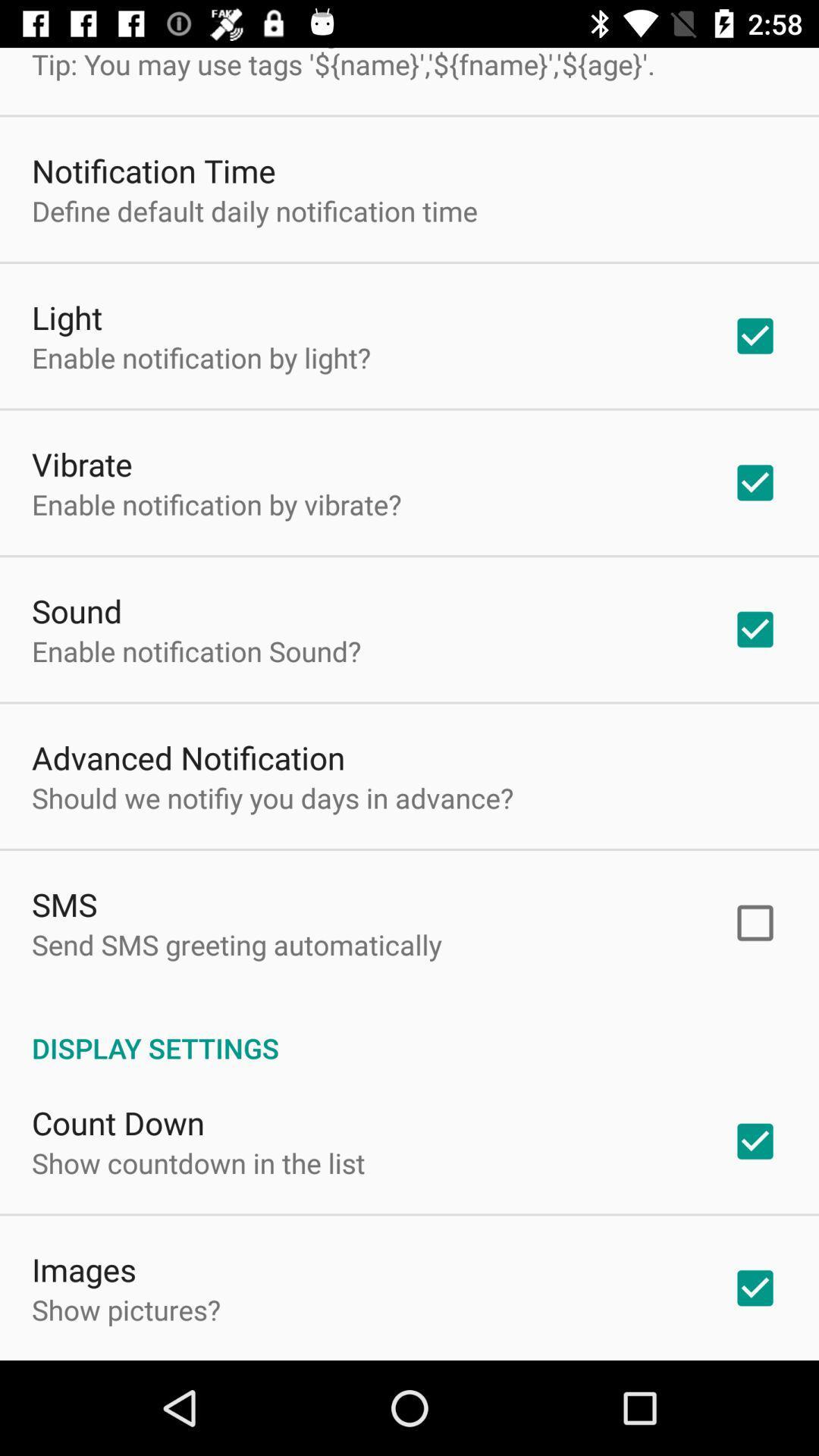 This screenshot has height=1456, width=819. Describe the element at coordinates (125, 1309) in the screenshot. I see `show pictures? app` at that location.